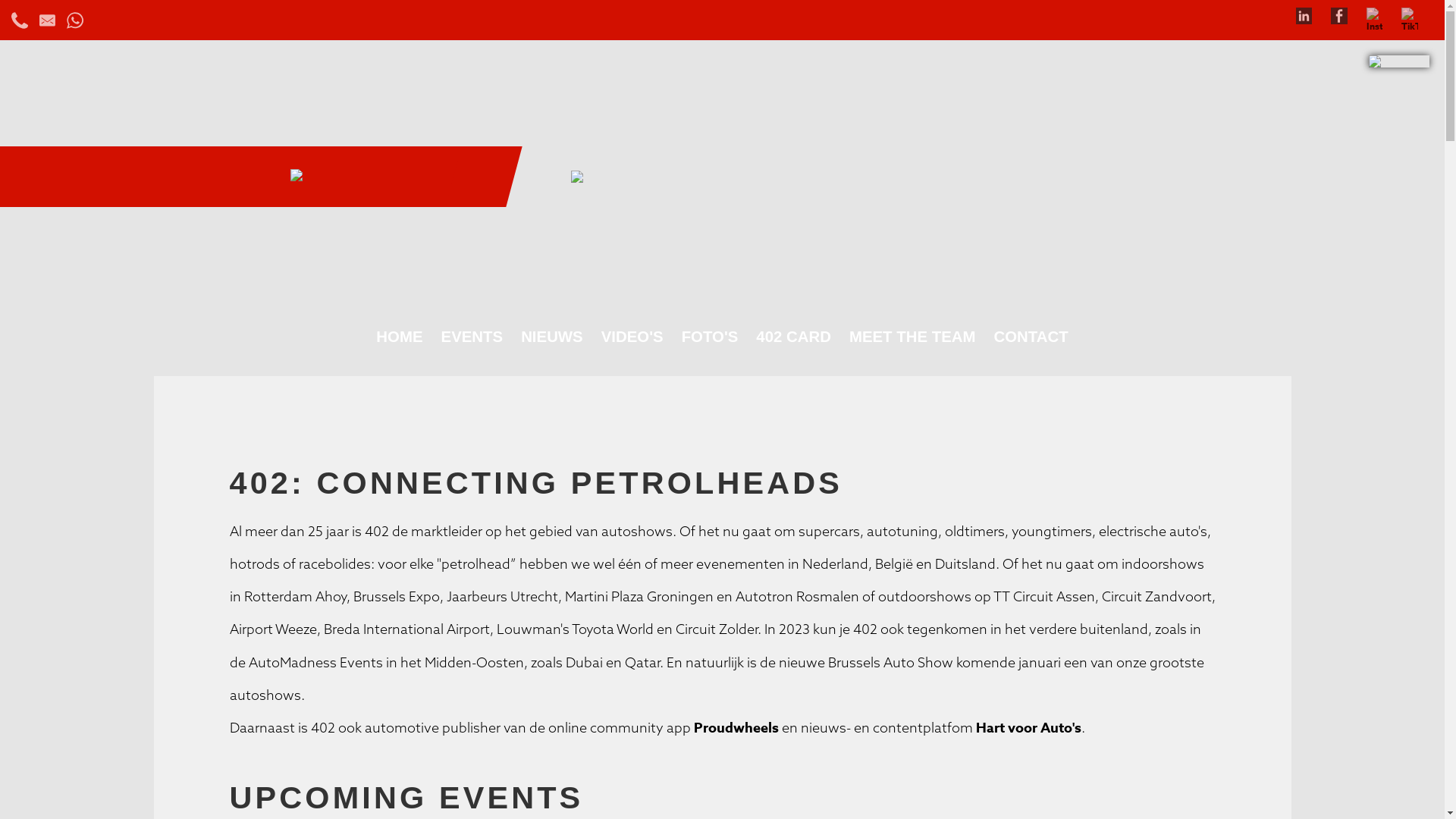  Describe the element at coordinates (74, 18) in the screenshot. I see `'Whatsapp'` at that location.